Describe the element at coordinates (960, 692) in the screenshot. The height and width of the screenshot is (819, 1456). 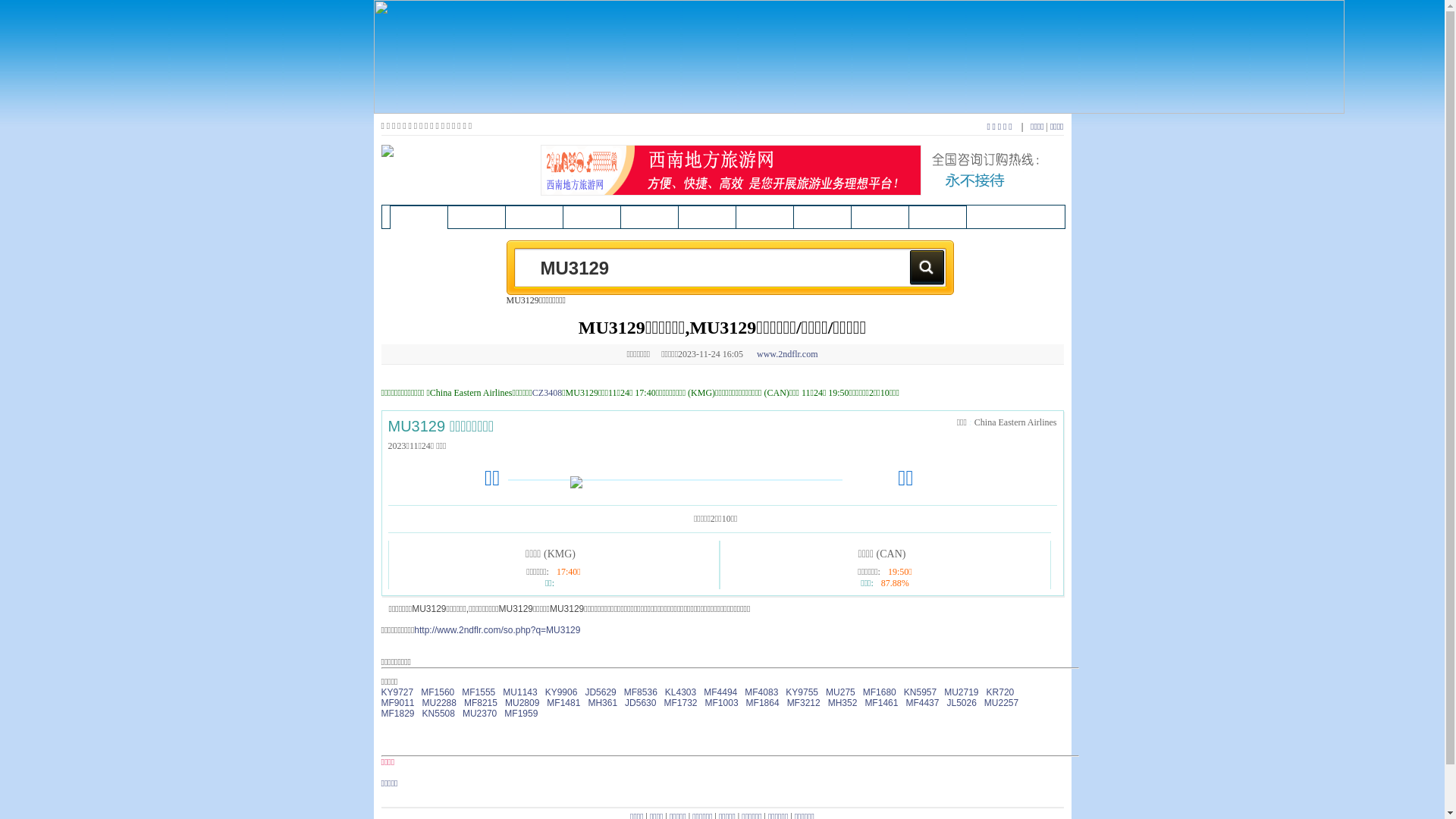
I see `'MU2719'` at that location.